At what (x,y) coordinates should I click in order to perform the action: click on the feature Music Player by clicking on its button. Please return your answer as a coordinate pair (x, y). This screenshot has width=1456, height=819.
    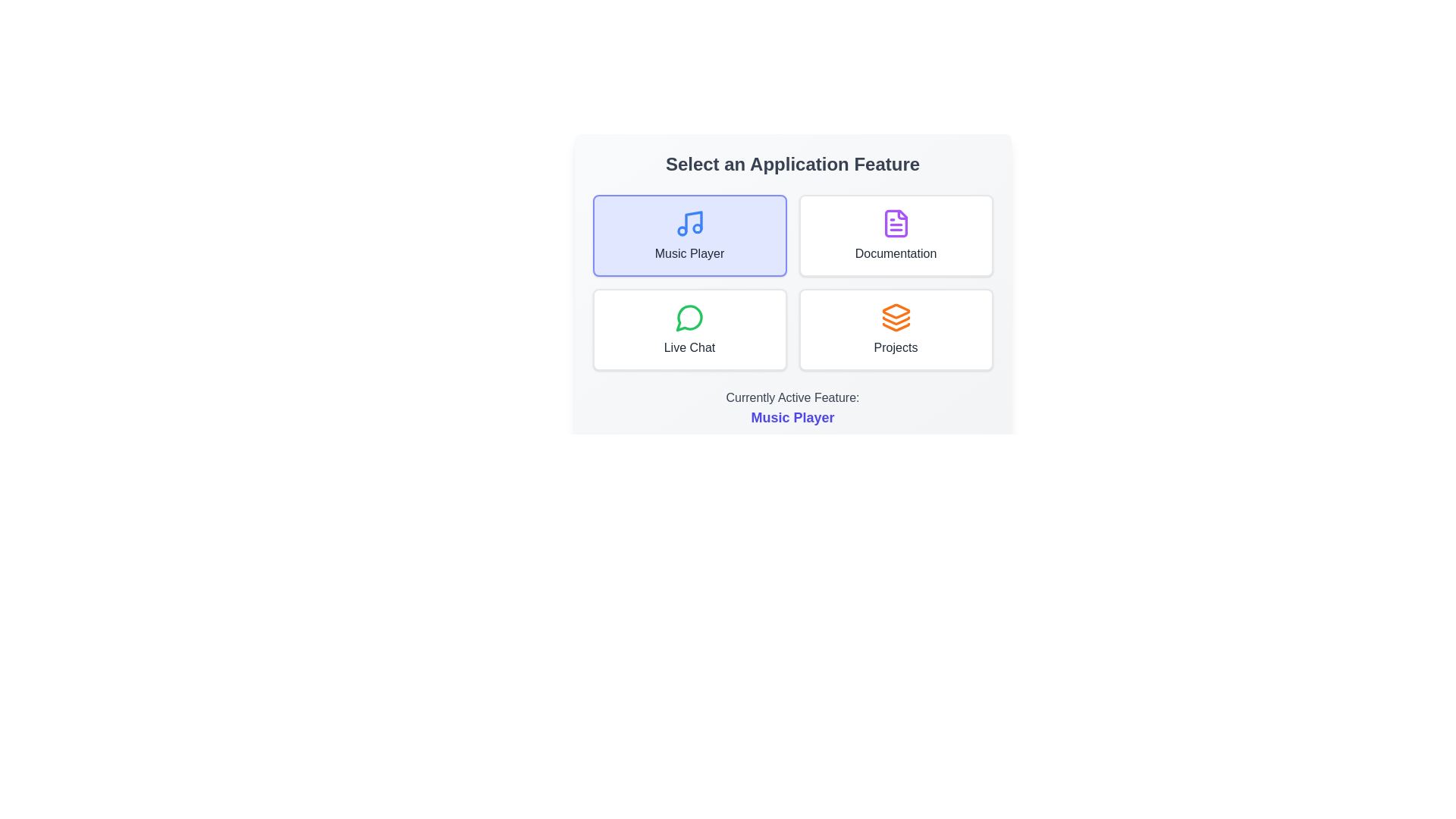
    Looking at the image, I should click on (689, 236).